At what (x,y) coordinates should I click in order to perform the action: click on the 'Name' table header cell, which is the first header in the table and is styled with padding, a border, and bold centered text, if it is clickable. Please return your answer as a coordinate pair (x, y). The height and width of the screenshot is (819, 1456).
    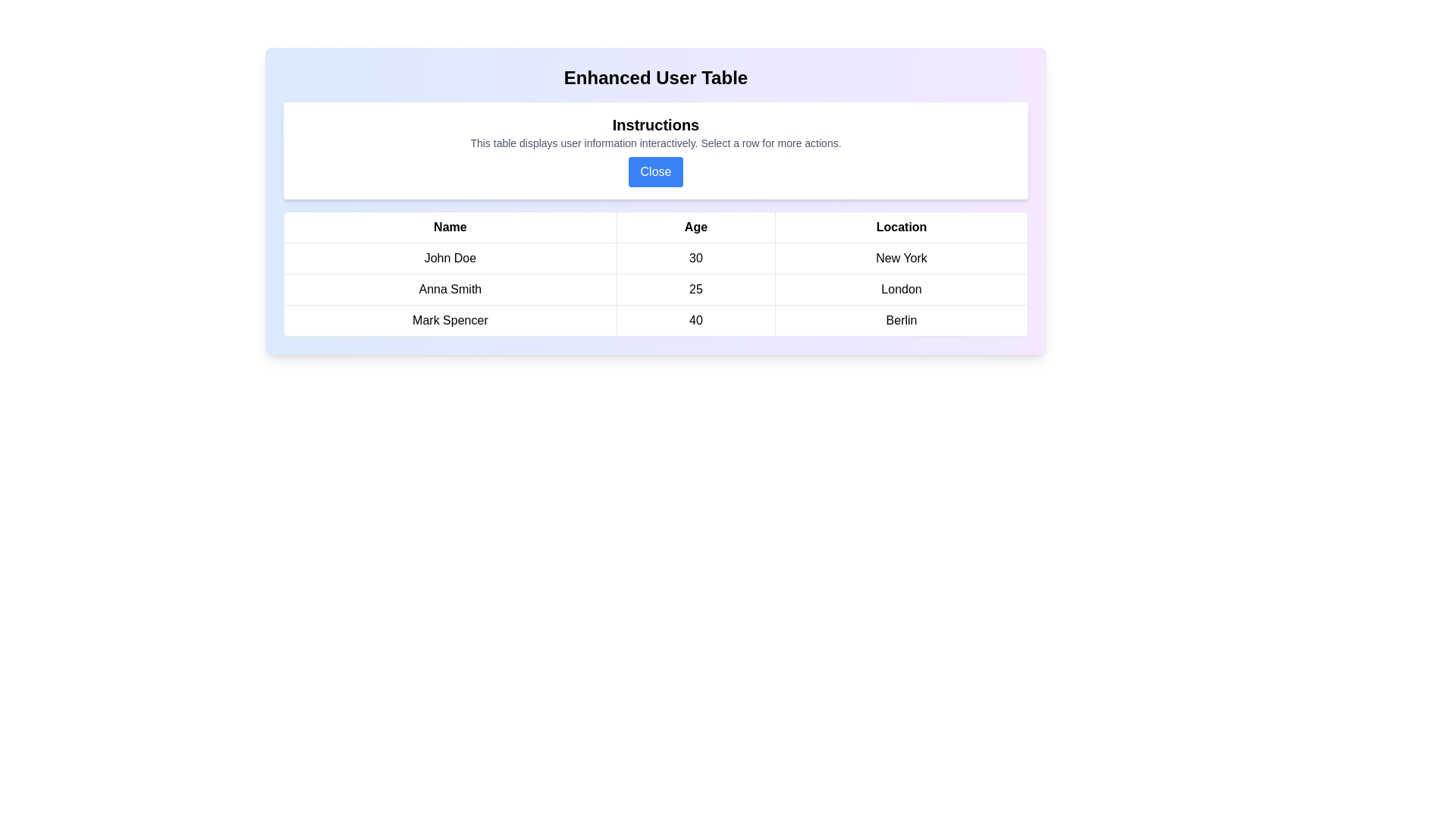
    Looking at the image, I should click on (449, 227).